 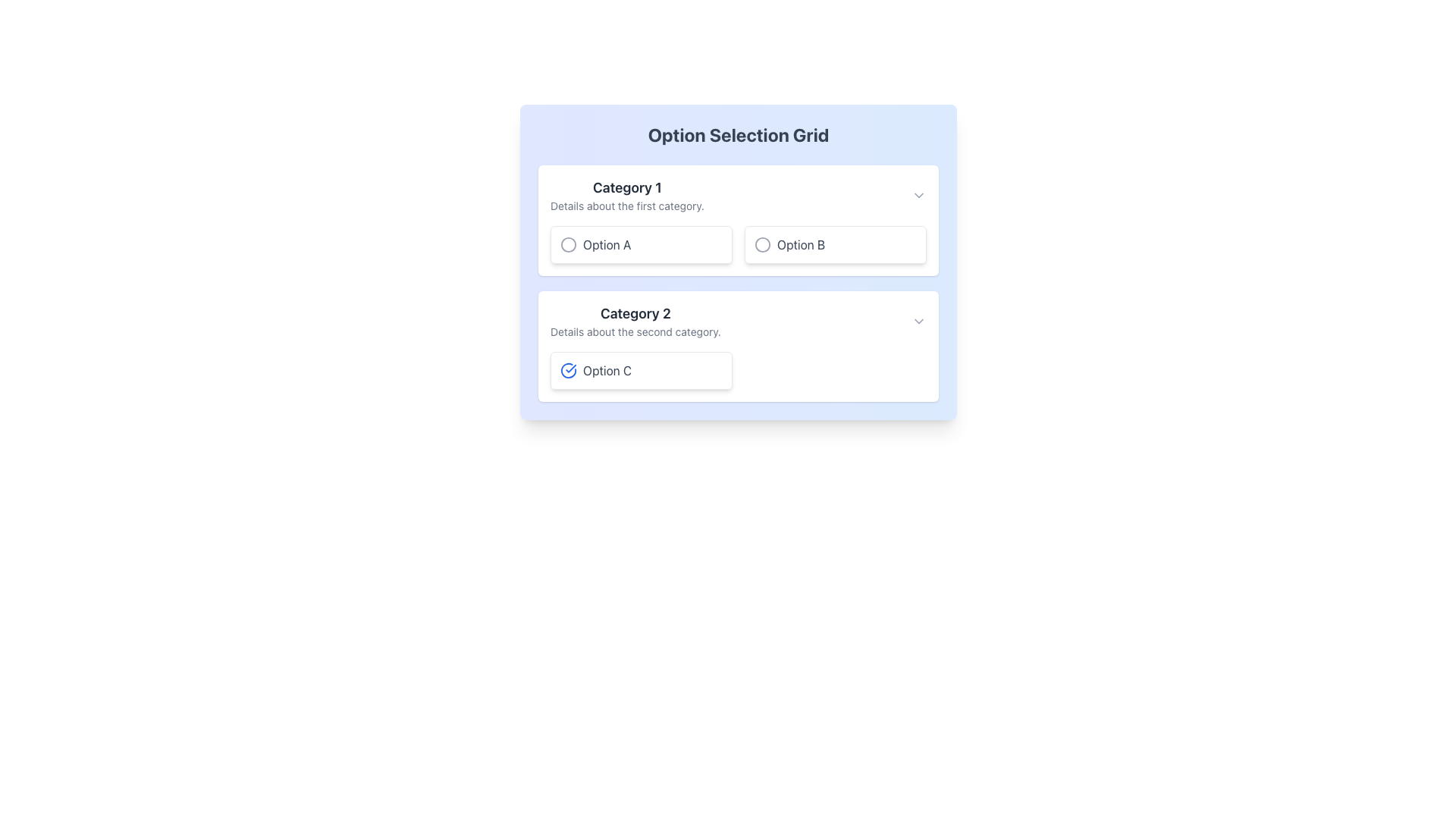 I want to click on the selectable button with radio-button style functionality located in the top right corner of the 'Category 1' section, so click(x=835, y=244).